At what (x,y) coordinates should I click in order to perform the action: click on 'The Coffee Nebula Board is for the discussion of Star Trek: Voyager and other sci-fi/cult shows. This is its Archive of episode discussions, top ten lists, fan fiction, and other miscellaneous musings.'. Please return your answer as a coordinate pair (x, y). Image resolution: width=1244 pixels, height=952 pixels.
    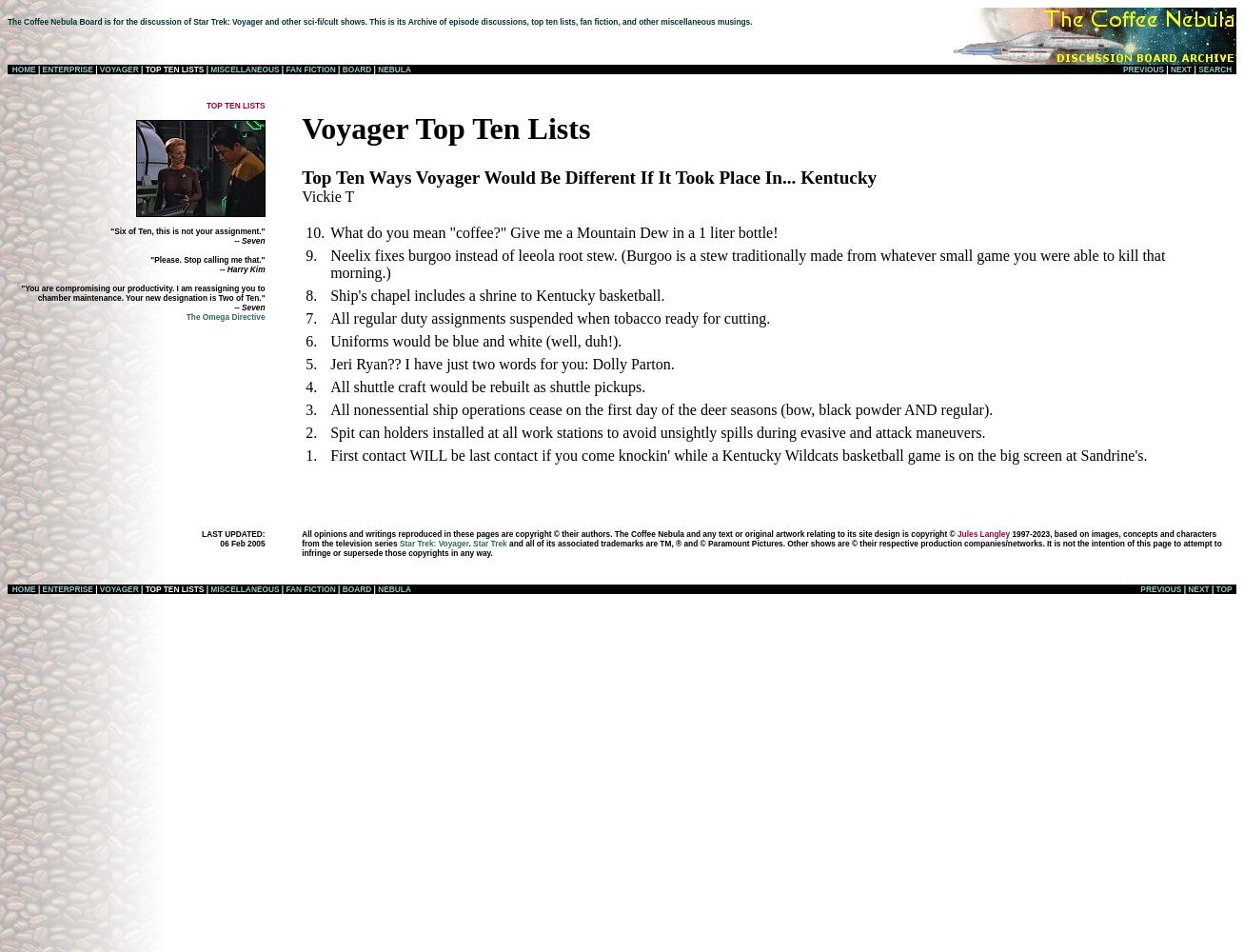
    Looking at the image, I should click on (379, 22).